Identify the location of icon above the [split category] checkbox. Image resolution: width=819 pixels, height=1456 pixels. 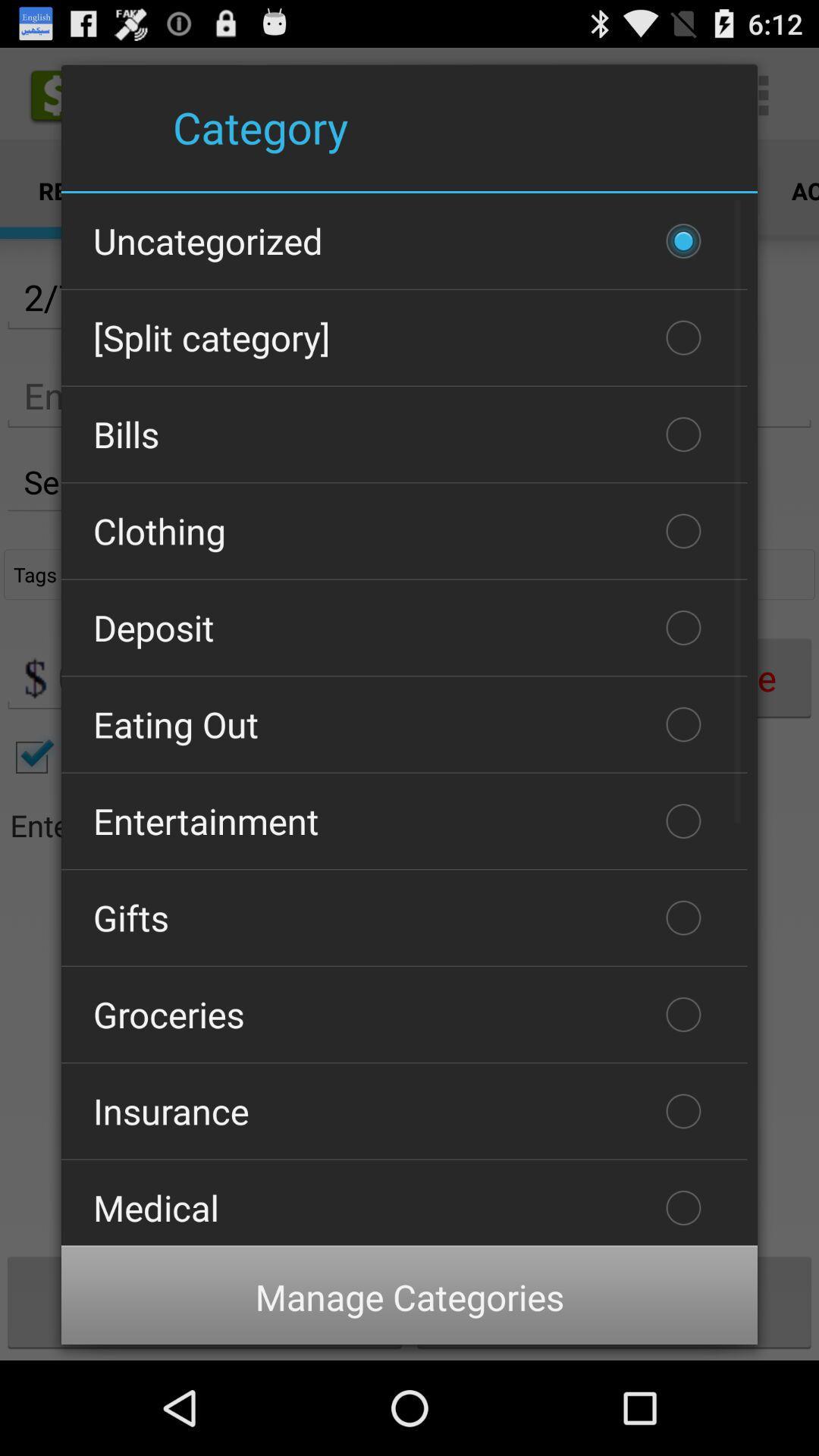
(403, 240).